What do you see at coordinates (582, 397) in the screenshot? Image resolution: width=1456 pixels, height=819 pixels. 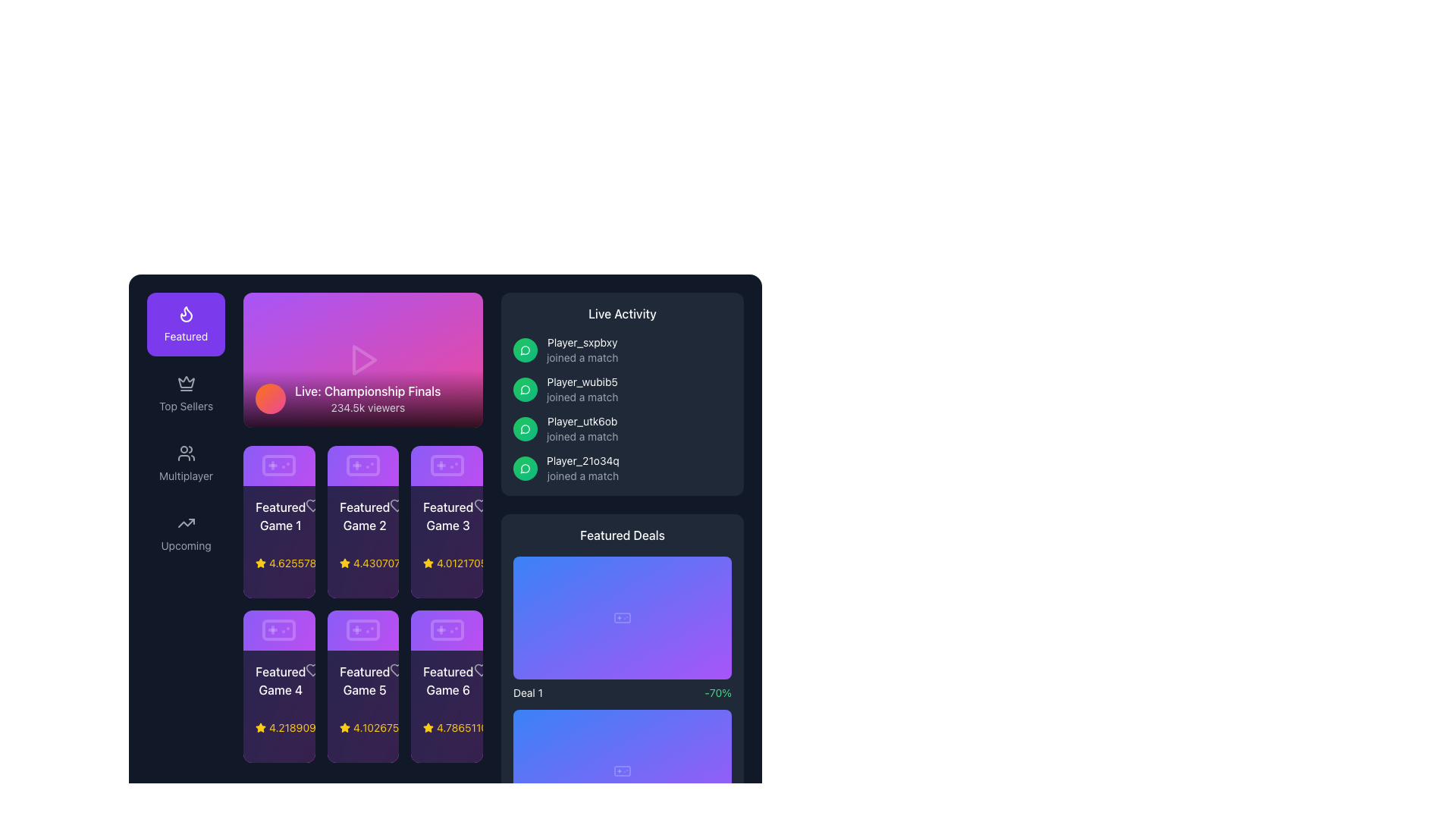 I see `the text label displaying 'joined a match' in light gray font, which is located below the 'Player_wubib5' text in the 'Live Activity' panel` at bounding box center [582, 397].